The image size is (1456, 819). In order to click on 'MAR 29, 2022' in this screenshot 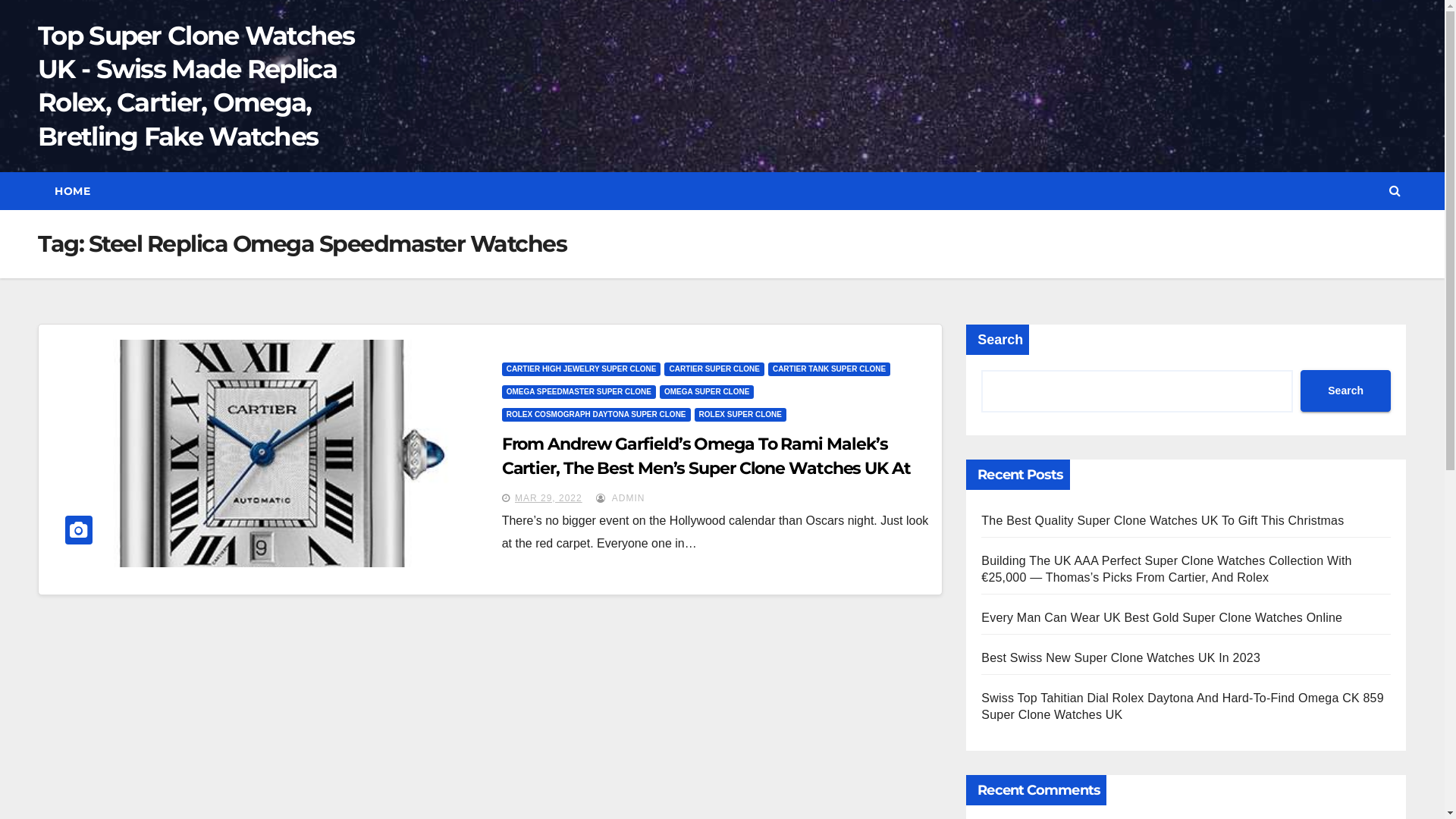, I will do `click(548, 497)`.